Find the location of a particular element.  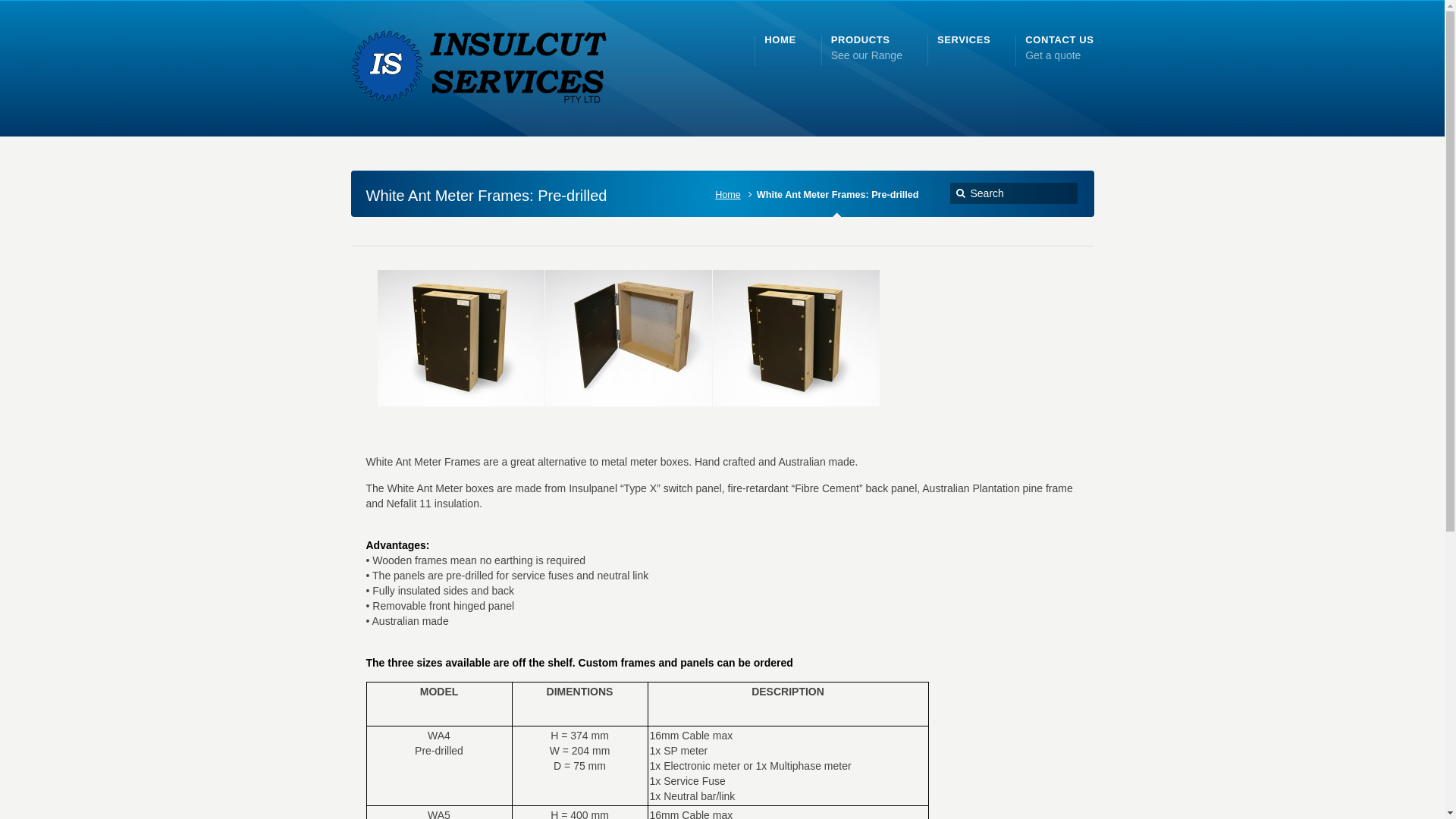

'PRODUCTS is located at coordinates (866, 45).